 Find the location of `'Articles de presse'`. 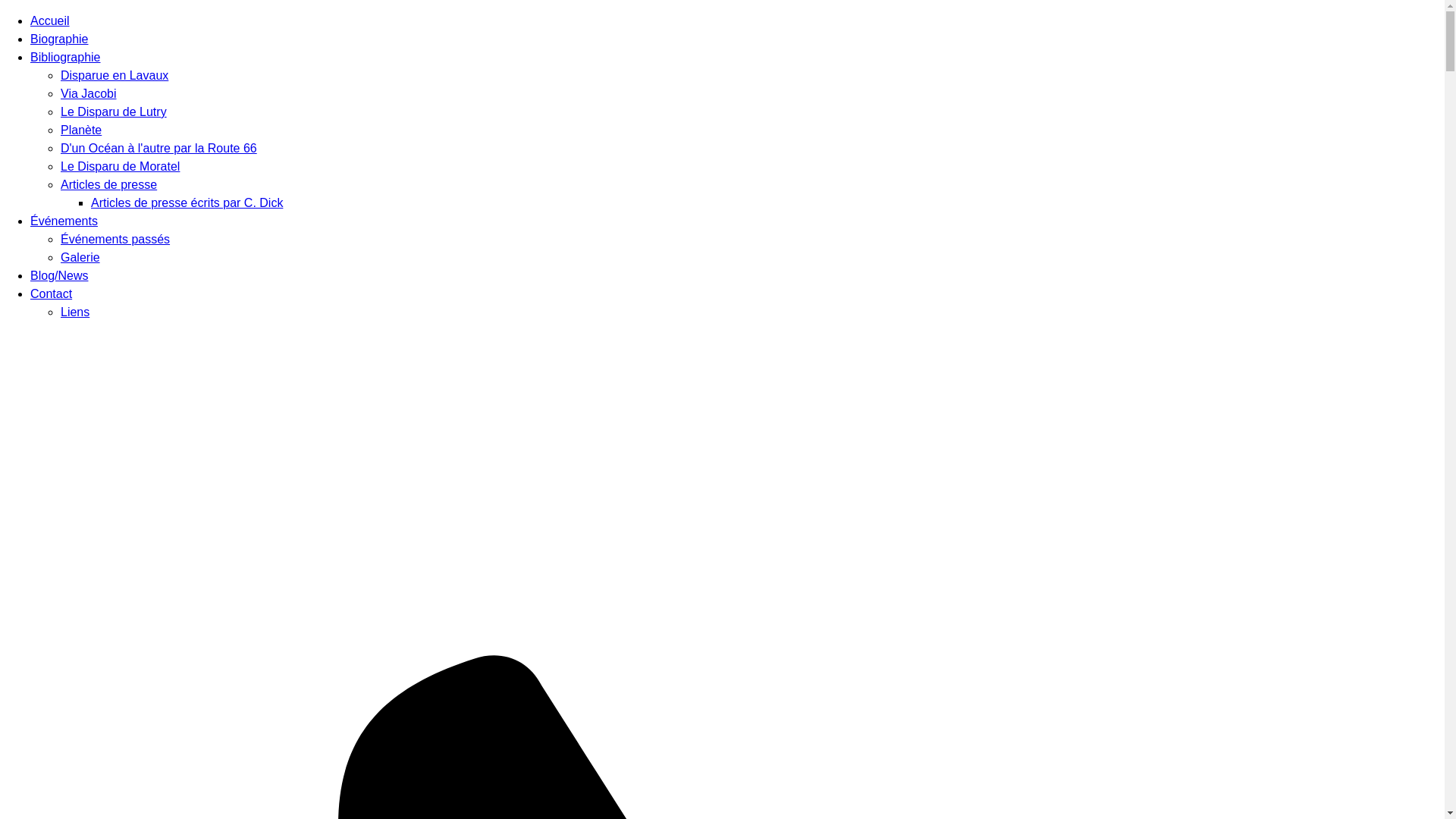

'Articles de presse' is located at coordinates (108, 184).